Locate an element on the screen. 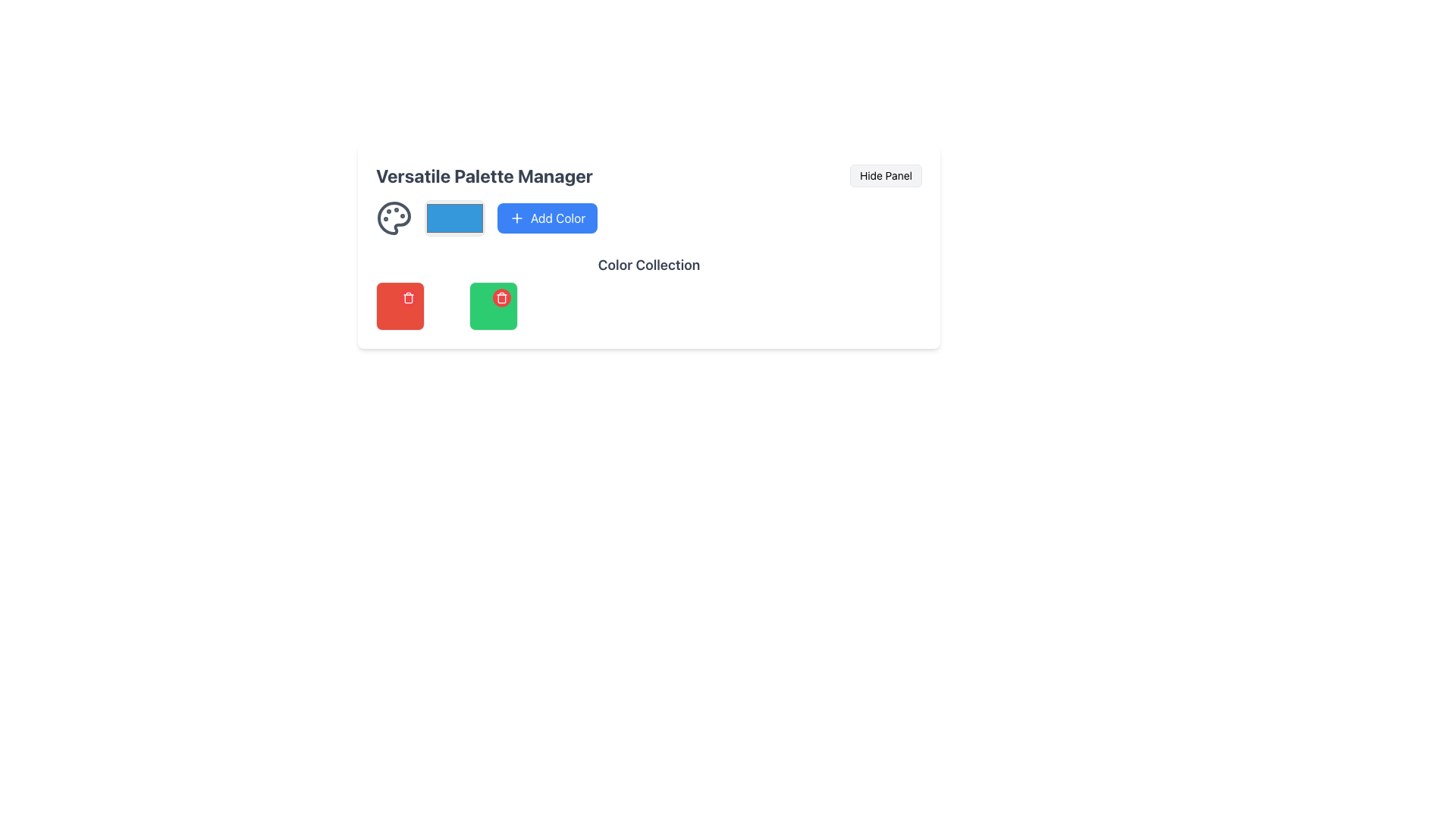  the delete button located in the top-right corner of the green square card is located at coordinates (501, 298).